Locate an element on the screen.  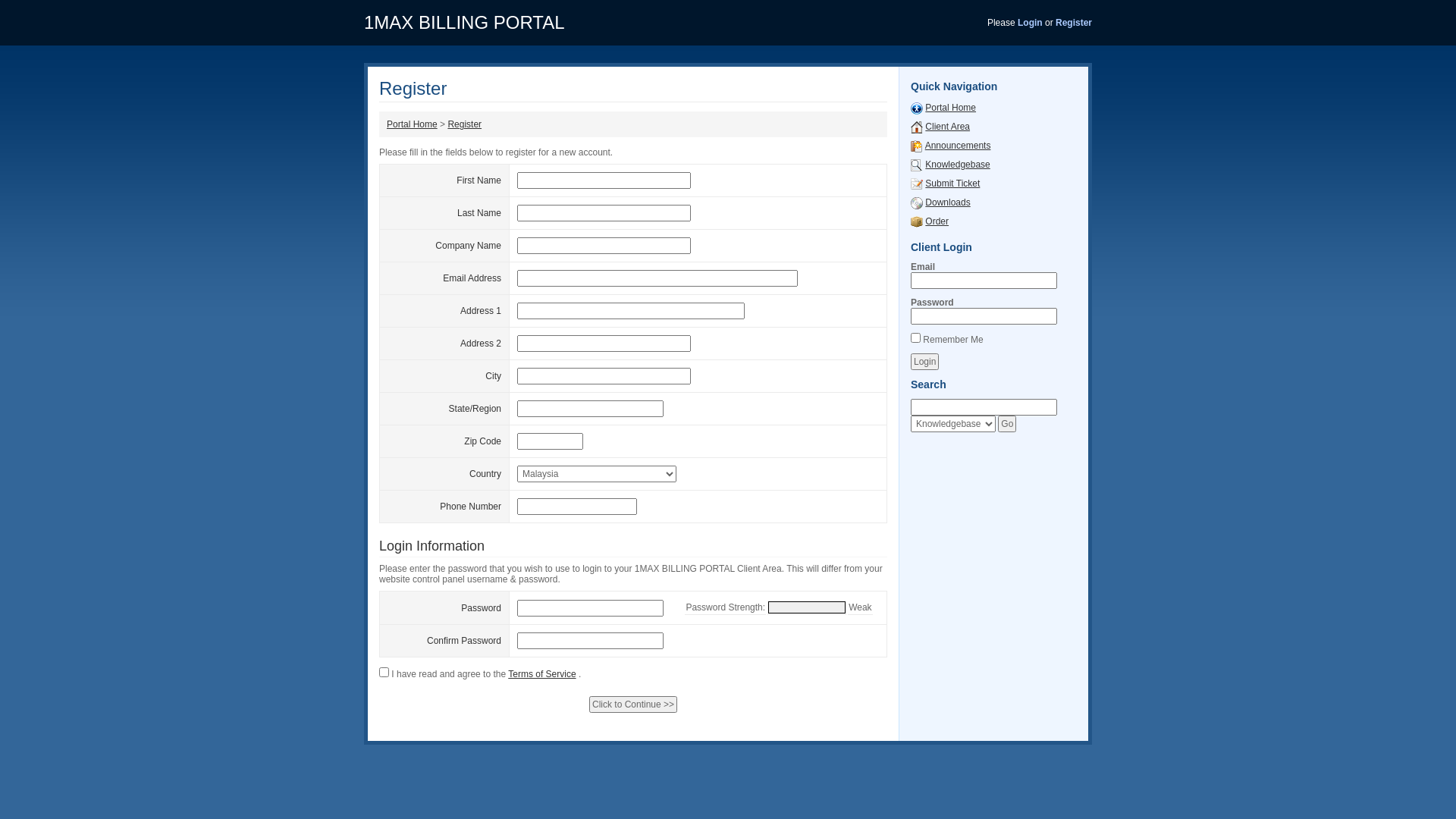
'Downloads' is located at coordinates (916, 201).